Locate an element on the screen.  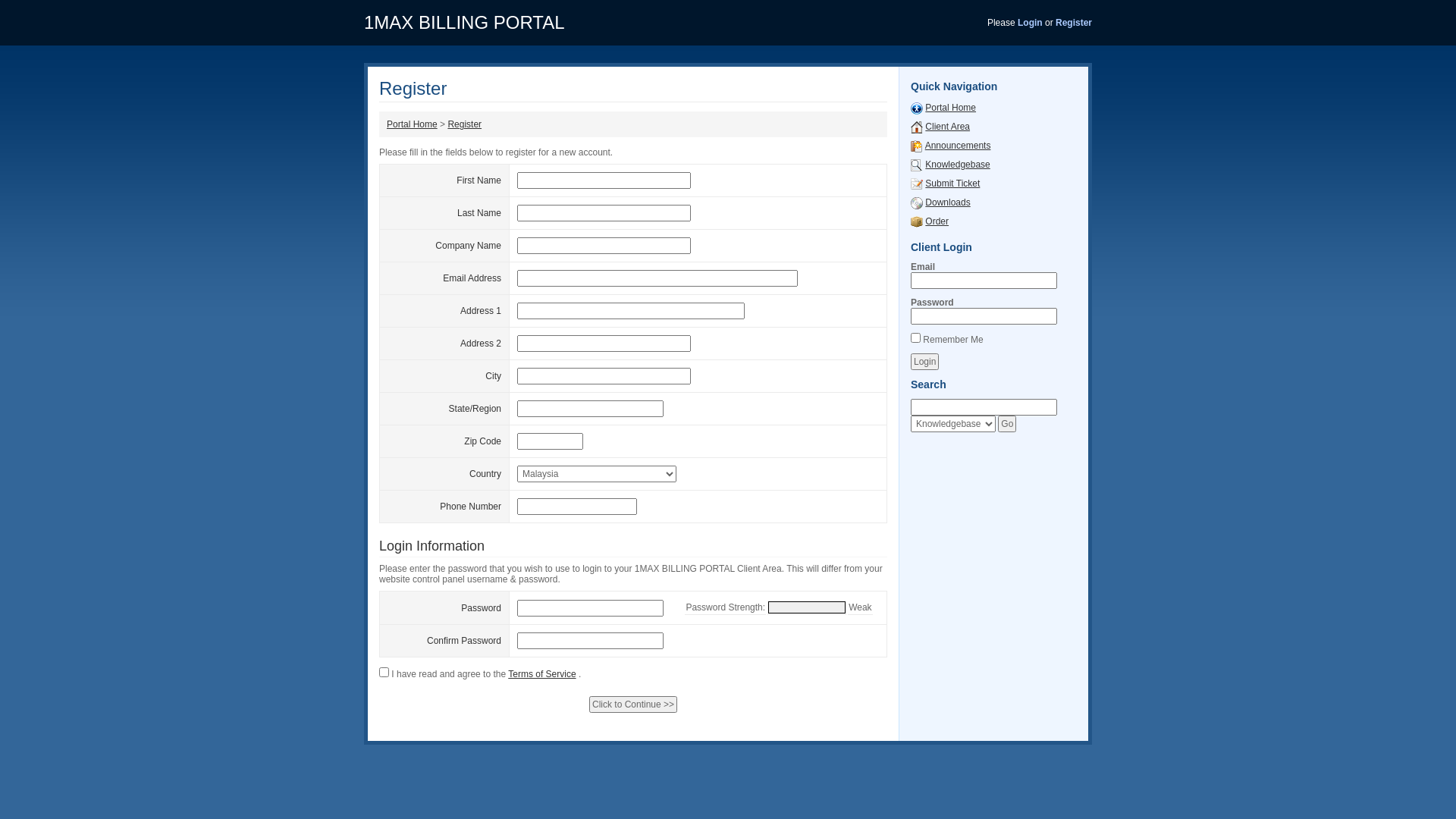
'Downloads' is located at coordinates (916, 201).